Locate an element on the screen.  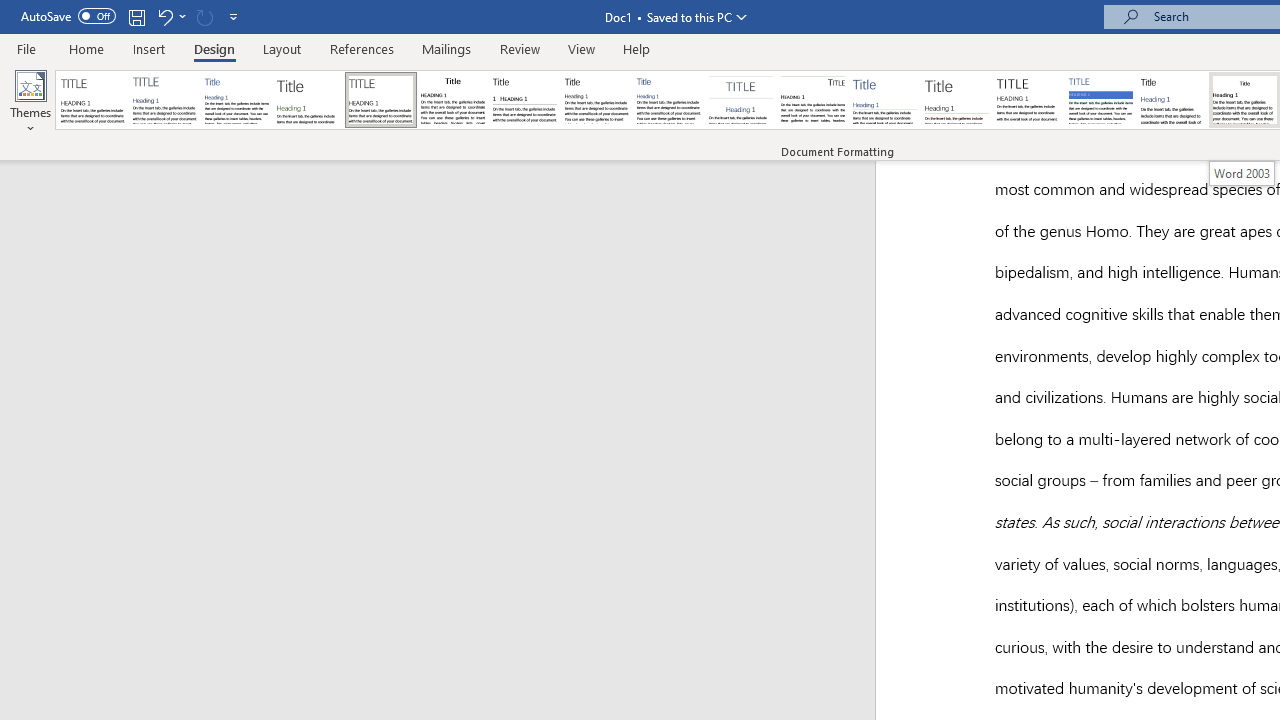
'Minimalist' is located at coordinates (1029, 100).